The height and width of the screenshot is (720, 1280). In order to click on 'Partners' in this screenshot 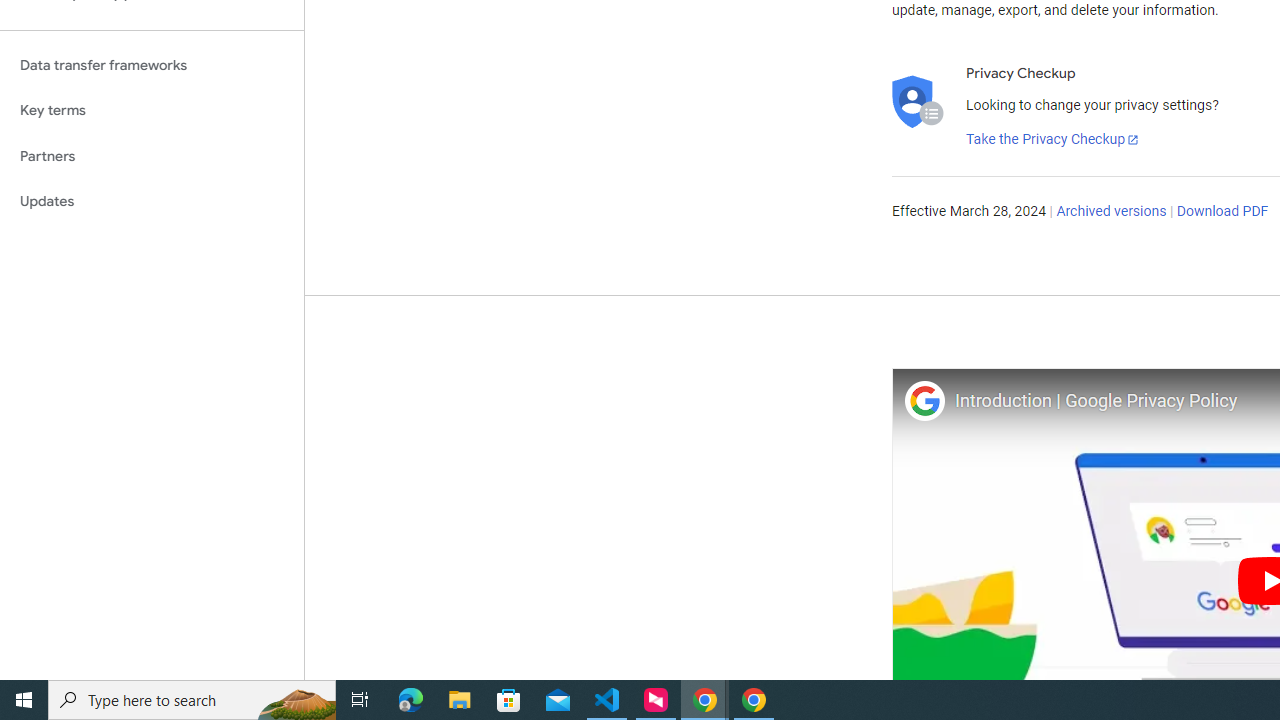, I will do `click(151, 155)`.